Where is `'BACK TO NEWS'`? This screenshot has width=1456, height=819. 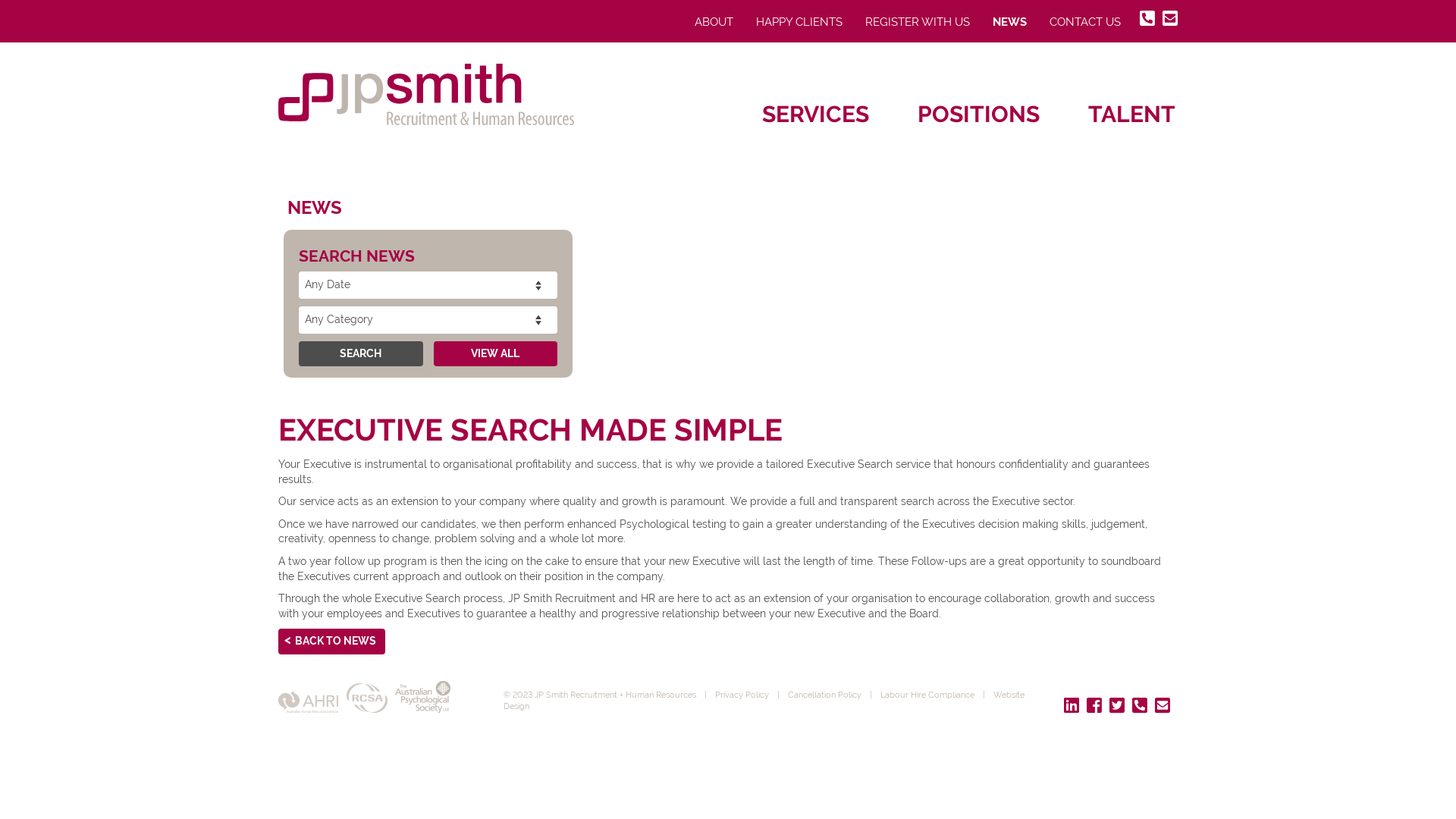
'BACK TO NEWS' is located at coordinates (331, 641).